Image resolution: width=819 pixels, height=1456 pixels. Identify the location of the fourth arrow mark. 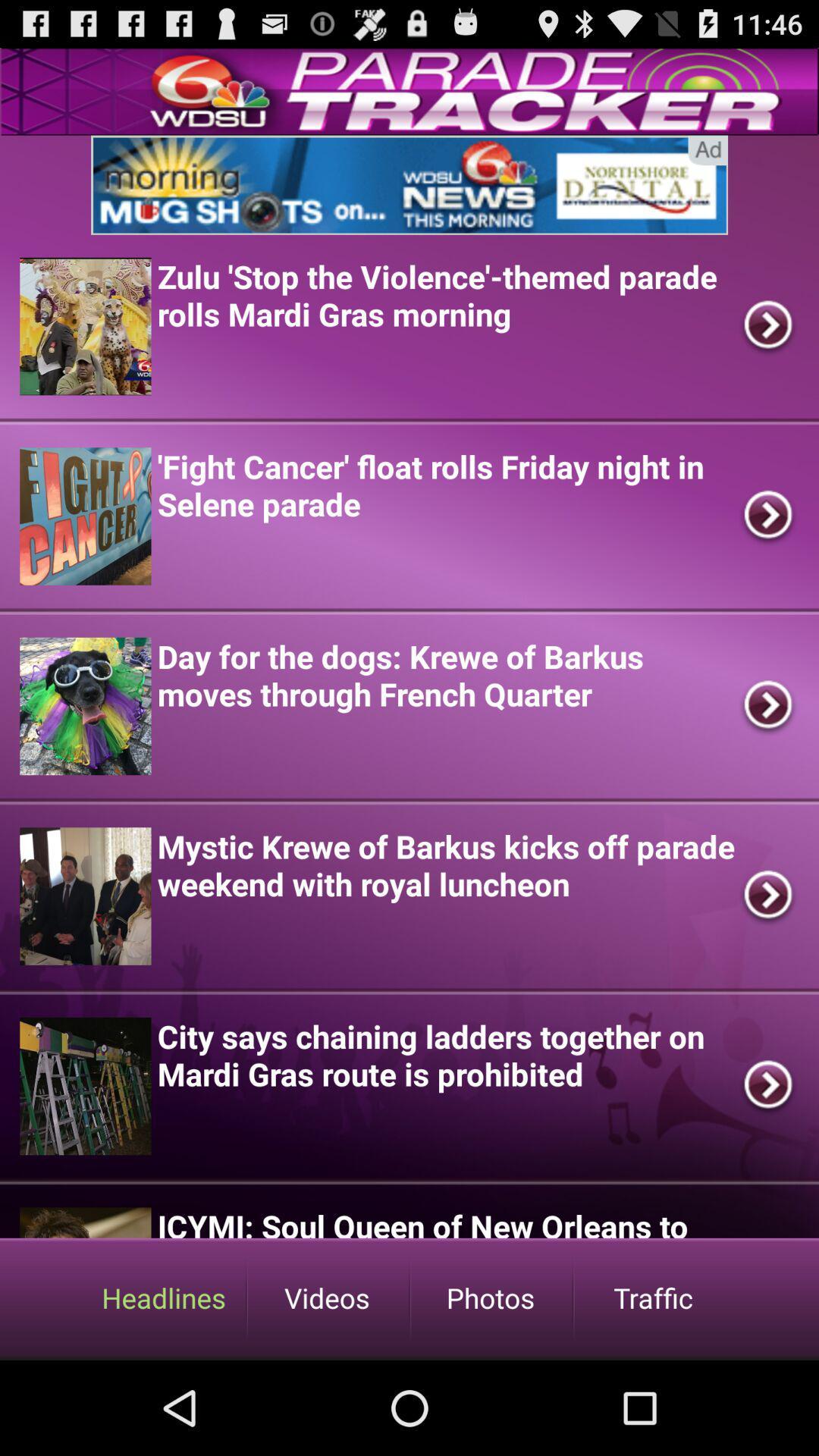
(769, 896).